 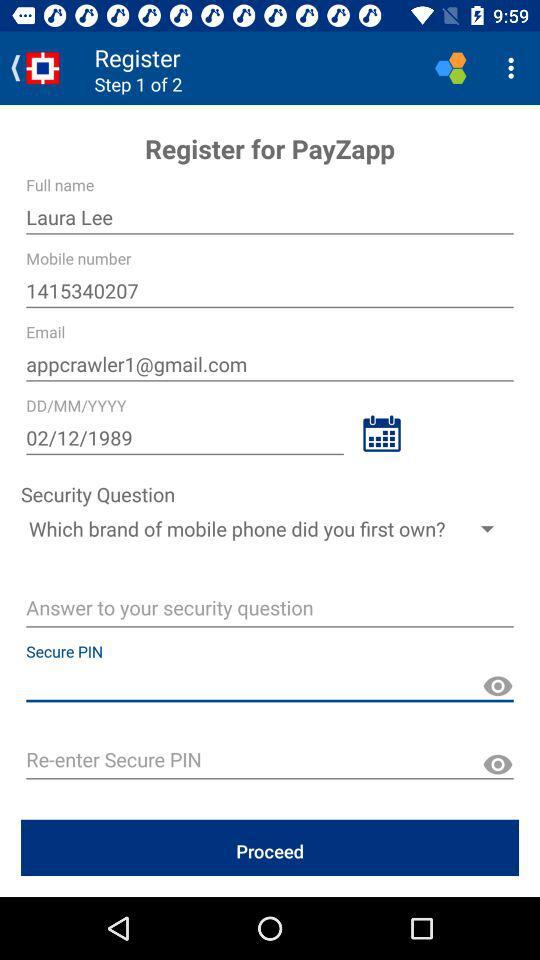 What do you see at coordinates (496, 686) in the screenshot?
I see `the visibility icon` at bounding box center [496, 686].